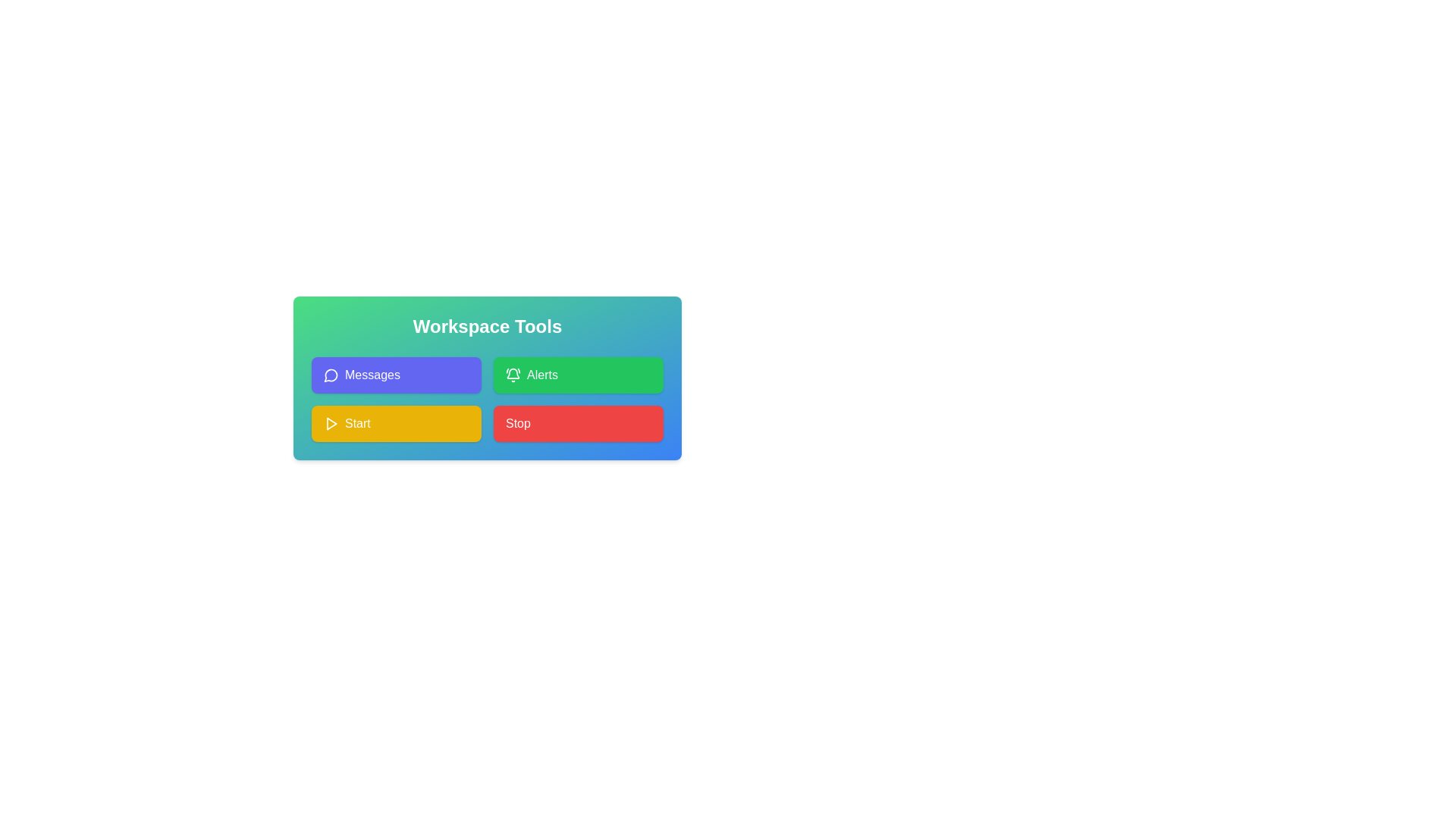 This screenshot has width=1456, height=819. I want to click on the triangular play icon within the 'Start' button in the bottom left corner of the workspace tools interface for additional information, so click(331, 424).